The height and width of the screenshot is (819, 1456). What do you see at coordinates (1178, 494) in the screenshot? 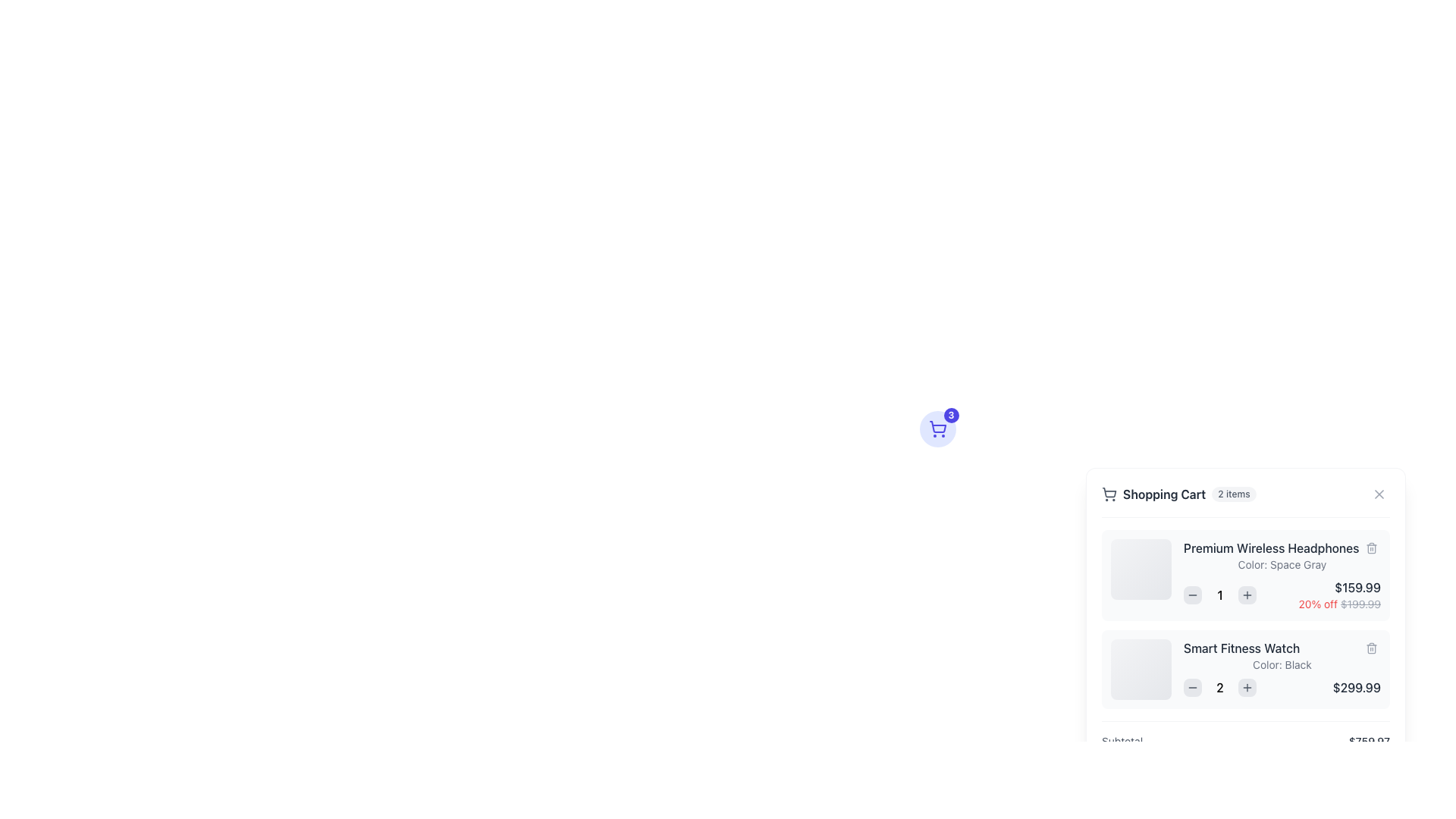
I see `the 'Shopping Cart' element, which includes the text 'Shopping Cart', a badge displaying '2 items', and a shopping cart icon to the left, located at the top-left corner of the cart display area` at bounding box center [1178, 494].